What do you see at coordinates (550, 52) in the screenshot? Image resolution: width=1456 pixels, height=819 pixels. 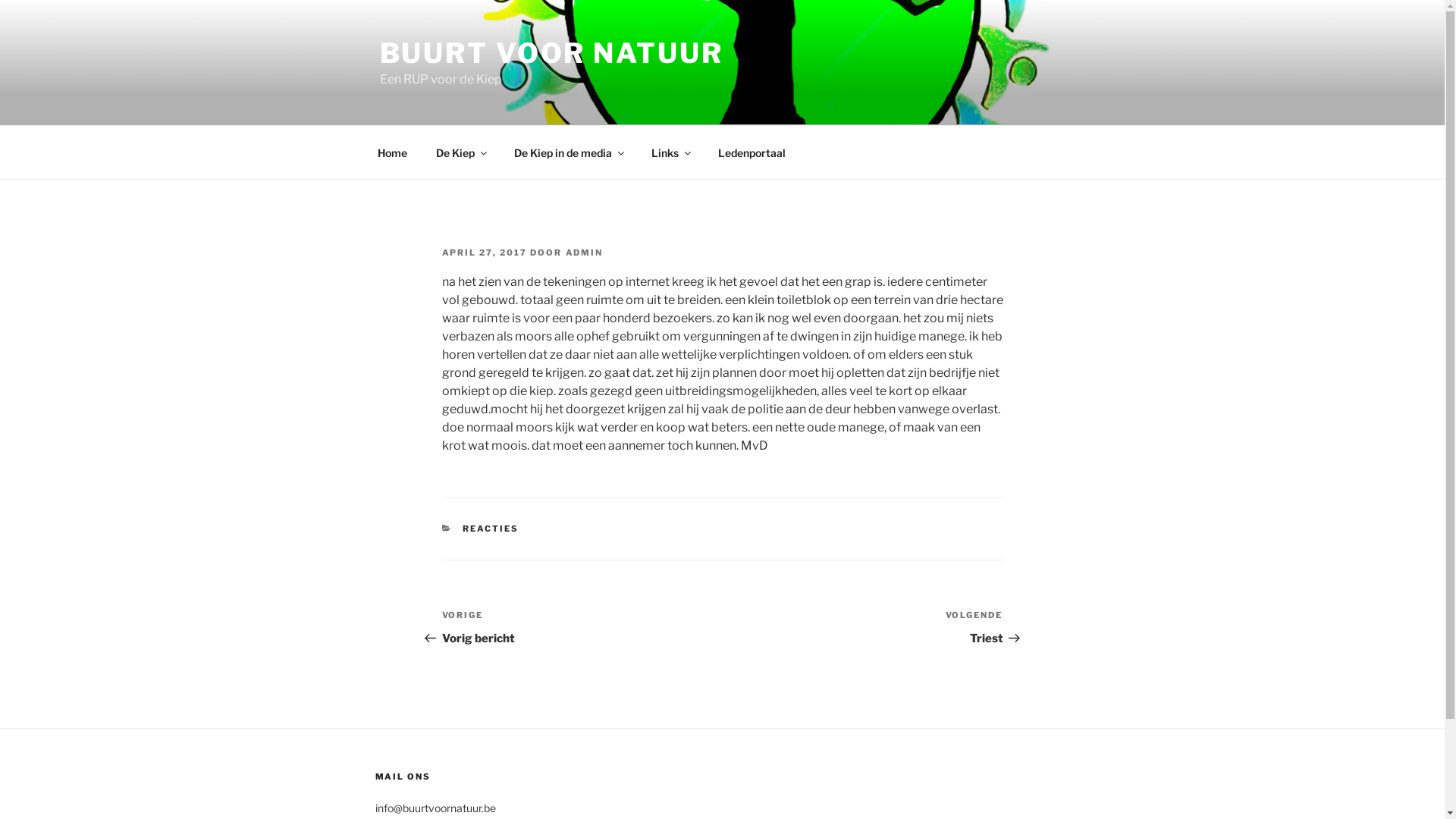 I see `'BUURT VOOR NATUUR'` at bounding box center [550, 52].